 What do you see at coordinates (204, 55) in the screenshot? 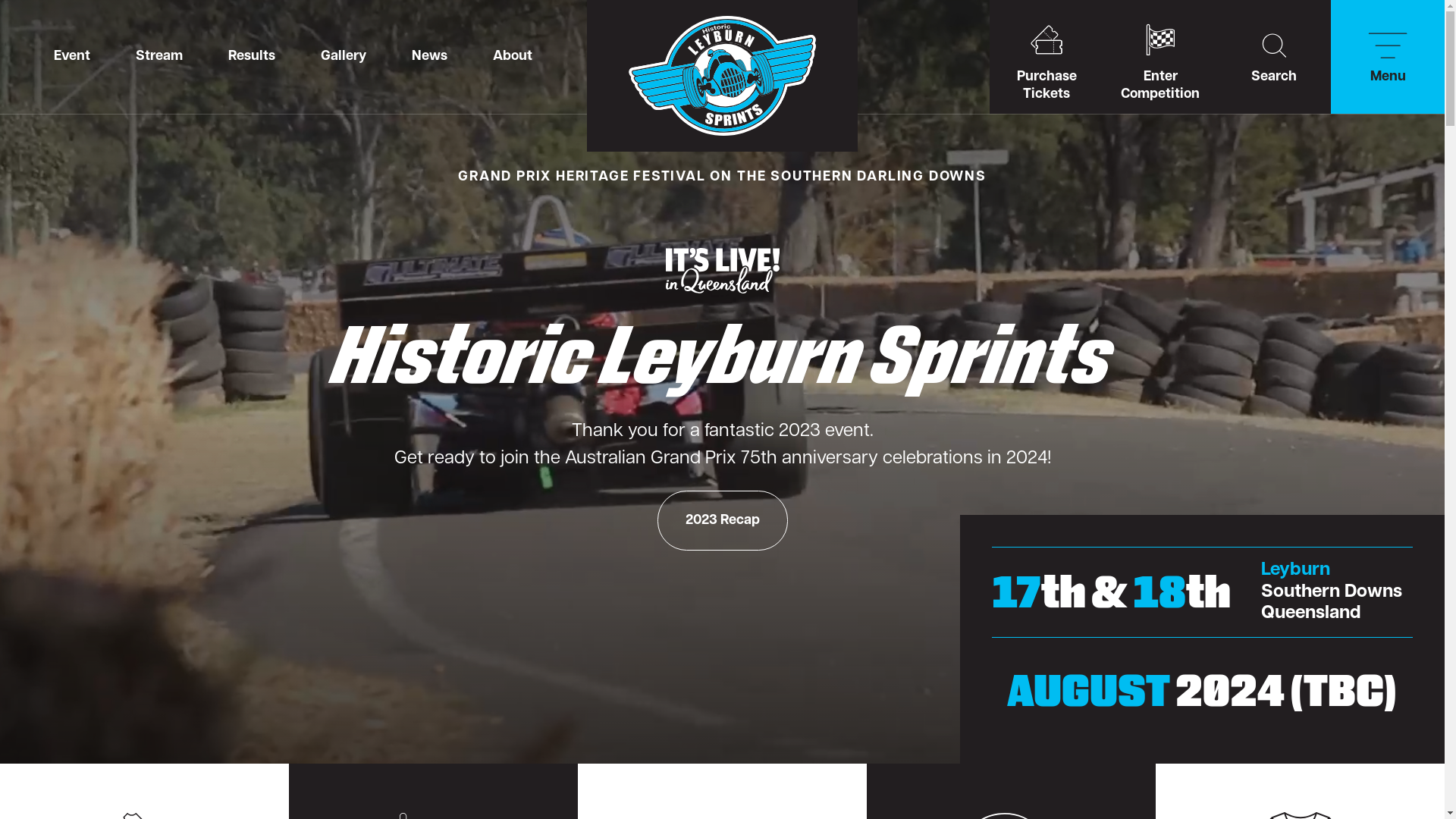
I see `'Results'` at bounding box center [204, 55].